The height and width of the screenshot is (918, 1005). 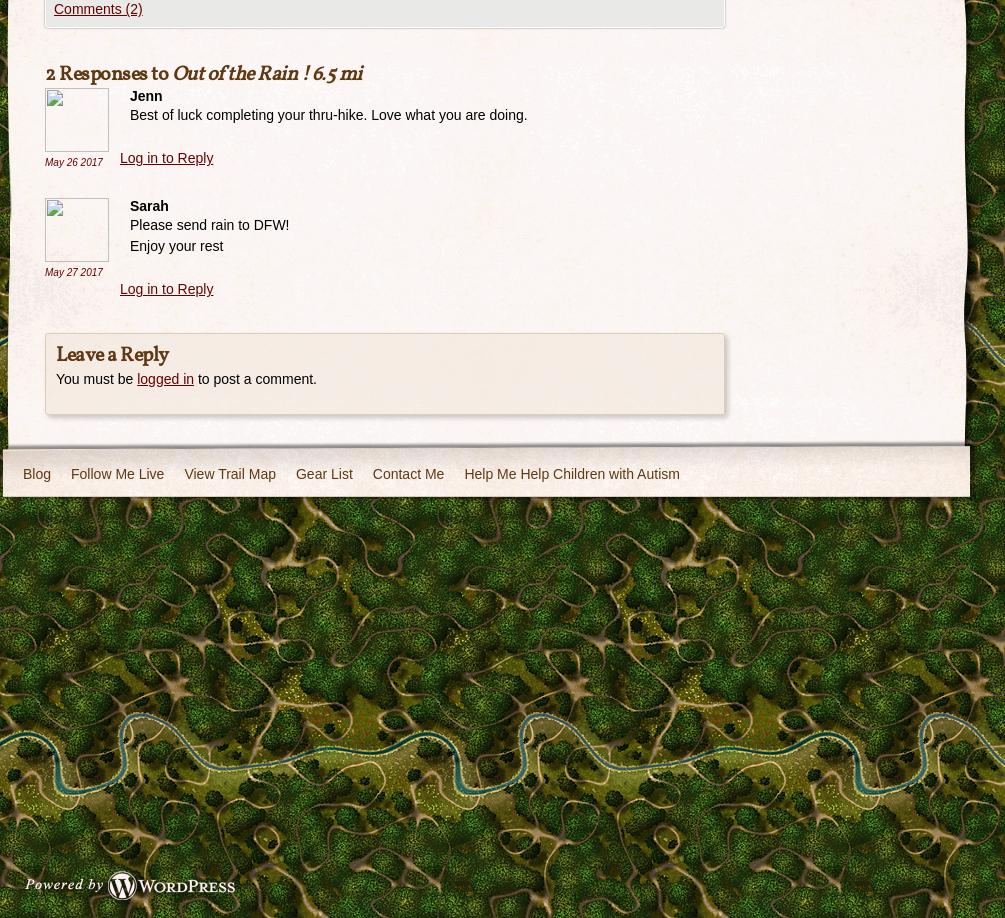 What do you see at coordinates (62, 161) in the screenshot?
I see `'May 26'` at bounding box center [62, 161].